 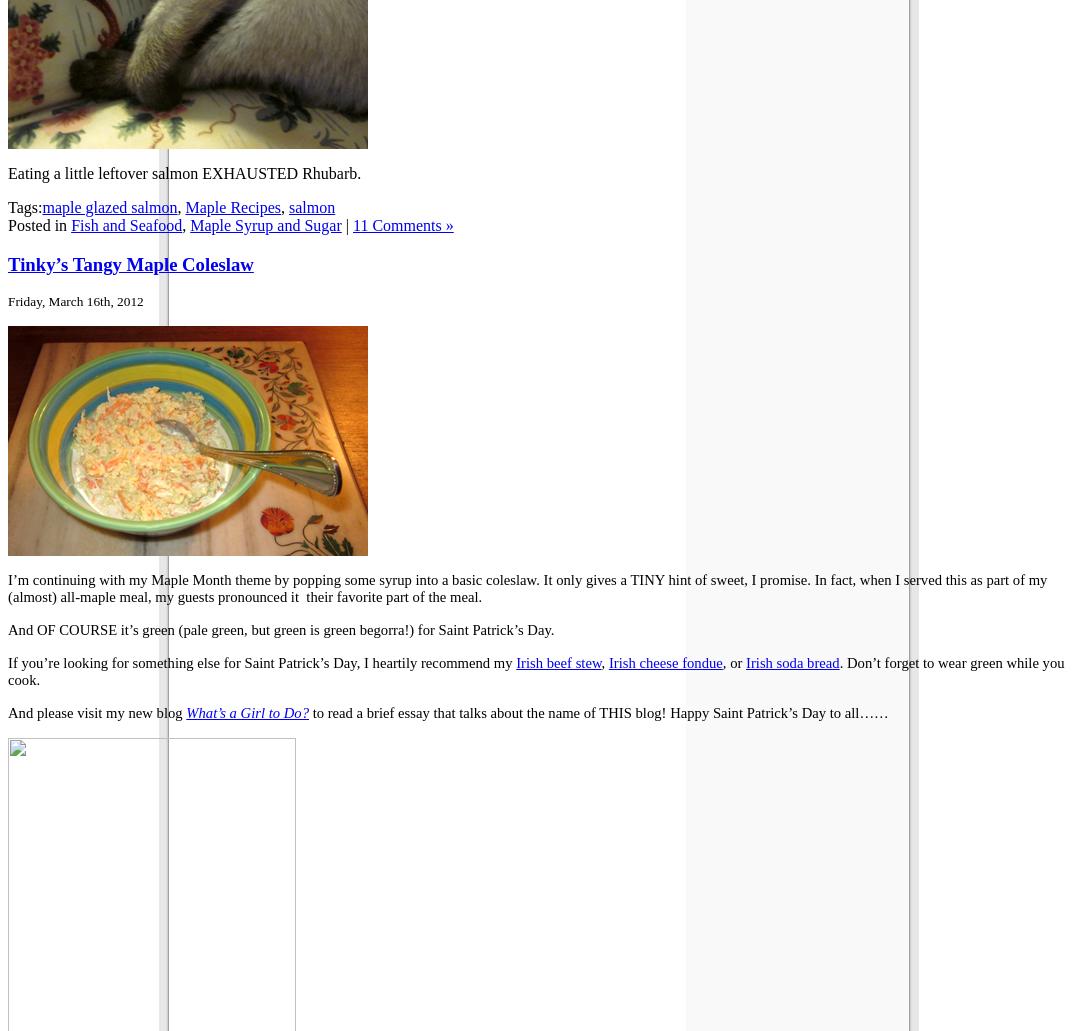 What do you see at coordinates (6, 630) in the screenshot?
I see `'And OF COURSE it’s green (pale green, but green is green begorra!) for Saint Patrick’s Day.'` at bounding box center [6, 630].